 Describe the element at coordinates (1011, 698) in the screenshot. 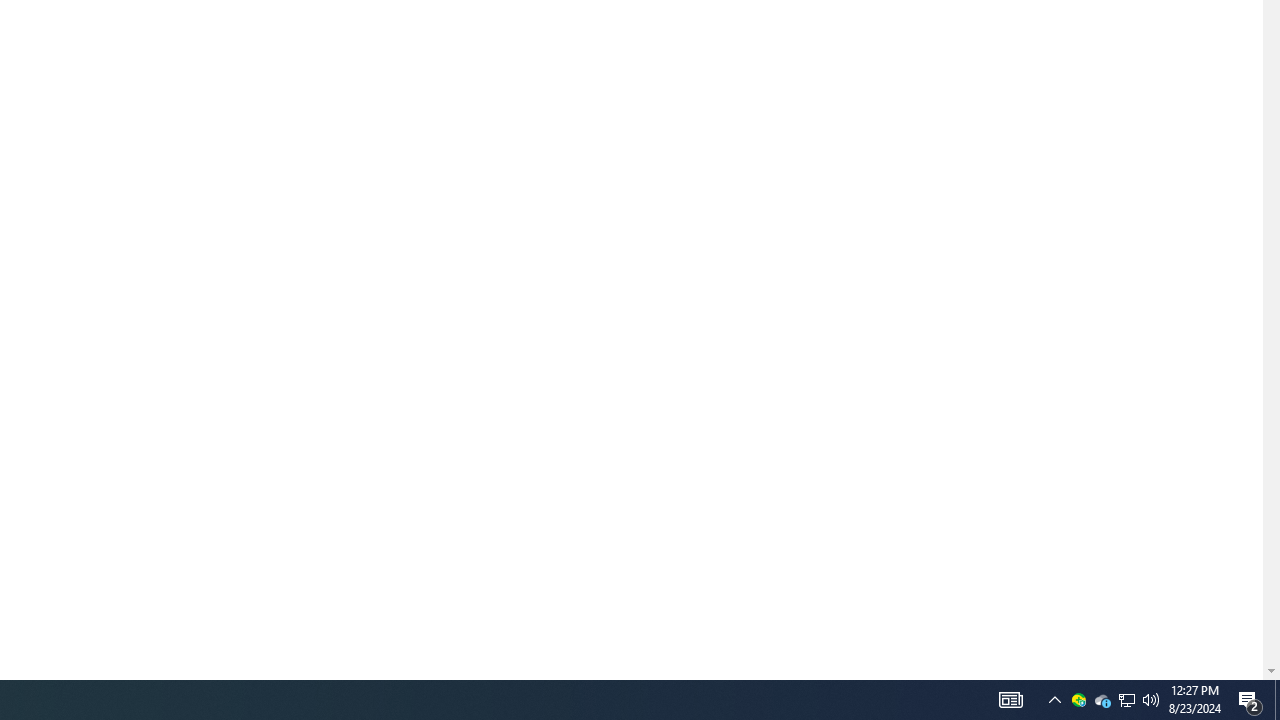

I see `'AutomationID: 4105'` at that location.